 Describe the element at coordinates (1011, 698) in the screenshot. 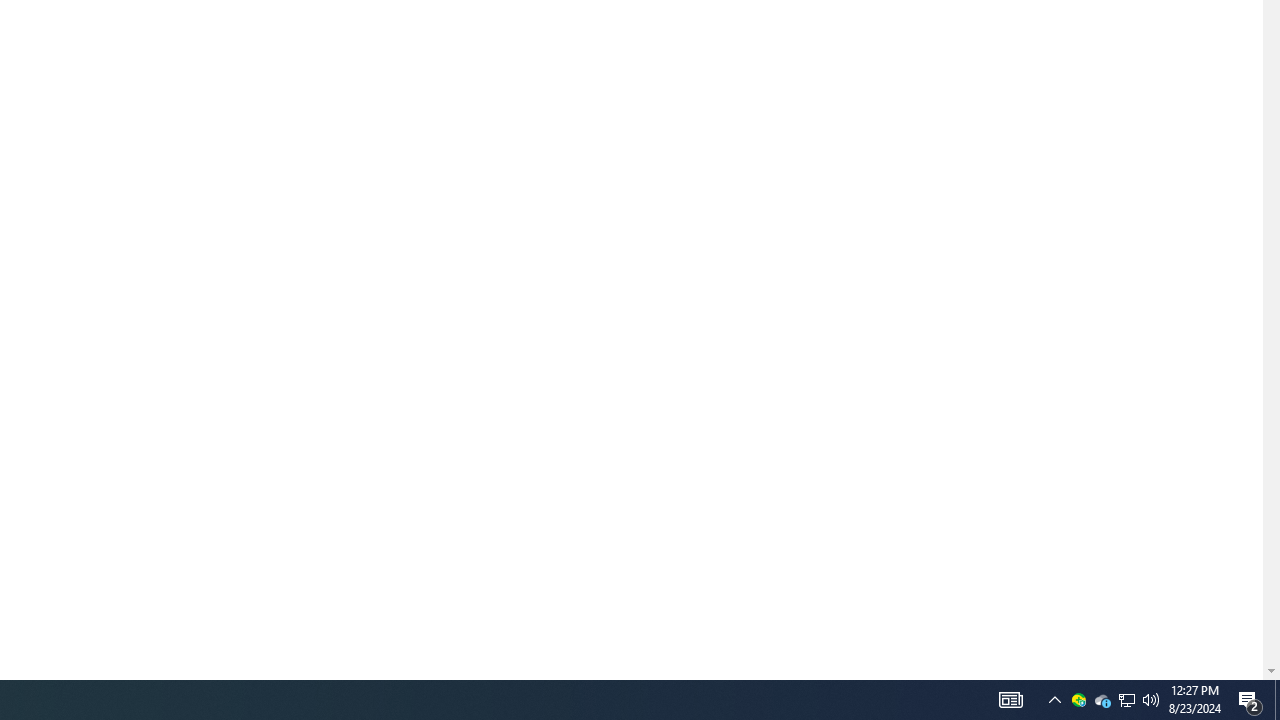

I see `'AutomationID: 4105'` at that location.